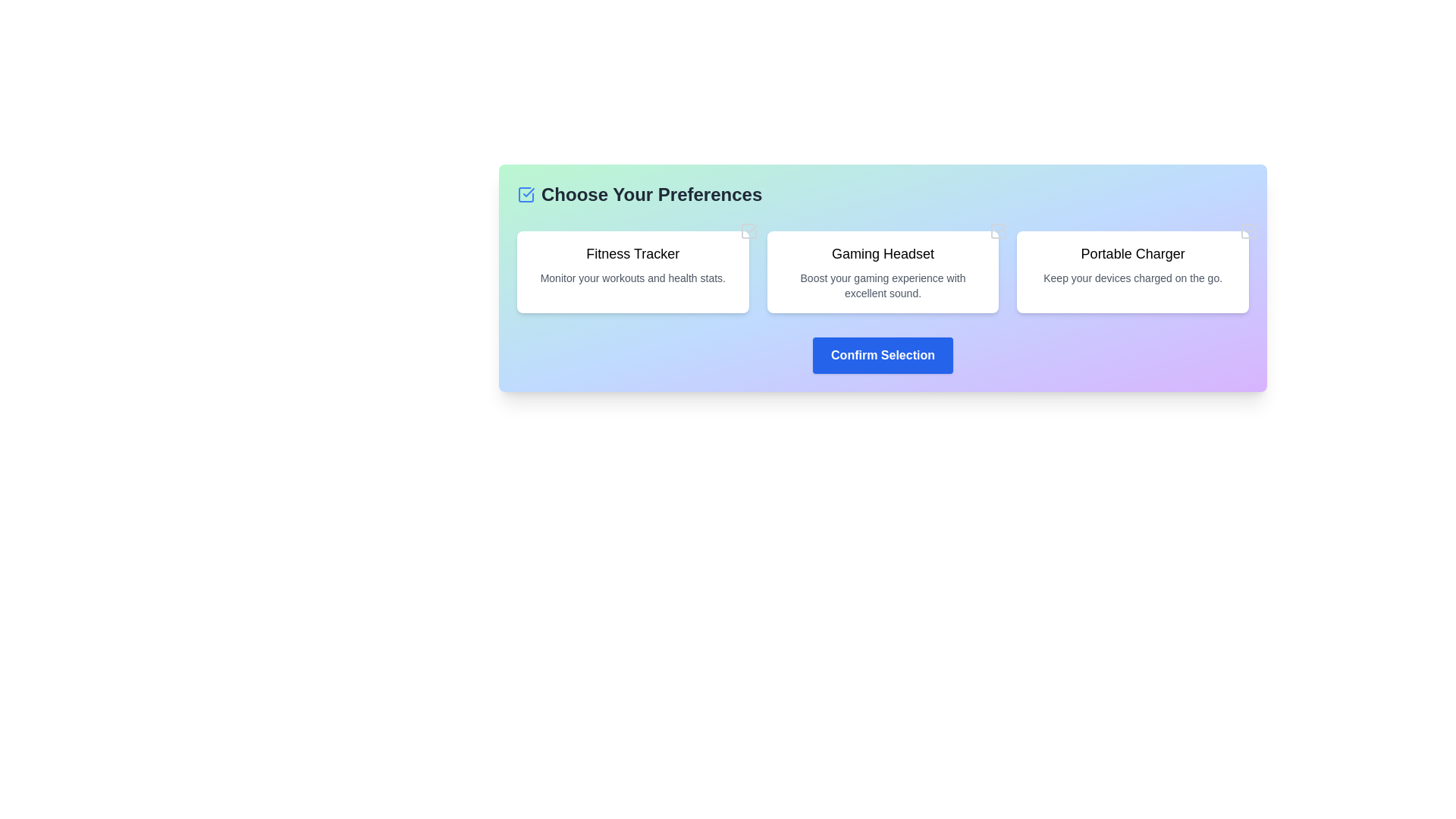 This screenshot has width=1456, height=819. What do you see at coordinates (883, 253) in the screenshot?
I see `the centrally aligned header text indicating the product category in the middle card` at bounding box center [883, 253].